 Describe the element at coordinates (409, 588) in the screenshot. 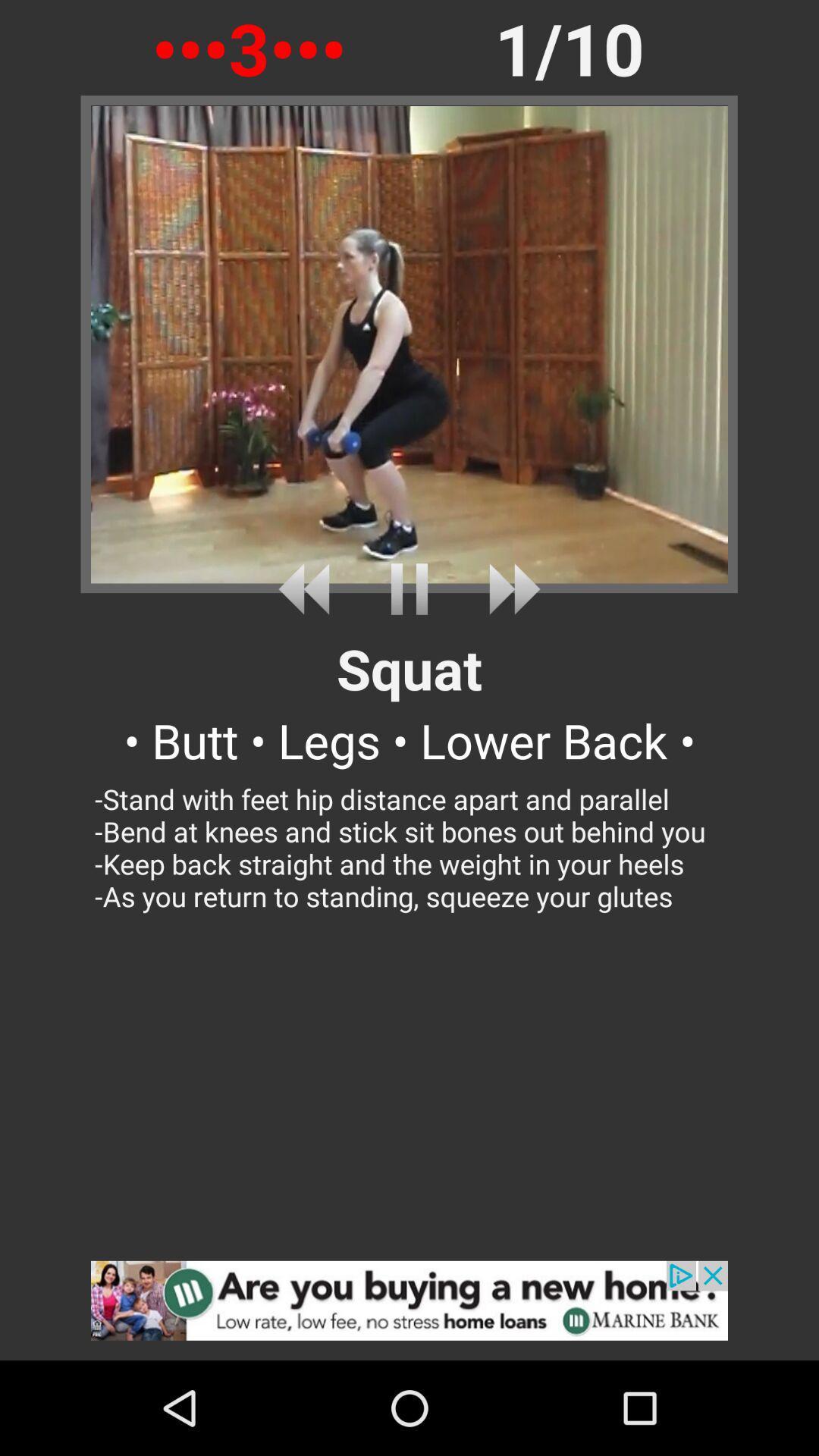

I see `pause video` at that location.